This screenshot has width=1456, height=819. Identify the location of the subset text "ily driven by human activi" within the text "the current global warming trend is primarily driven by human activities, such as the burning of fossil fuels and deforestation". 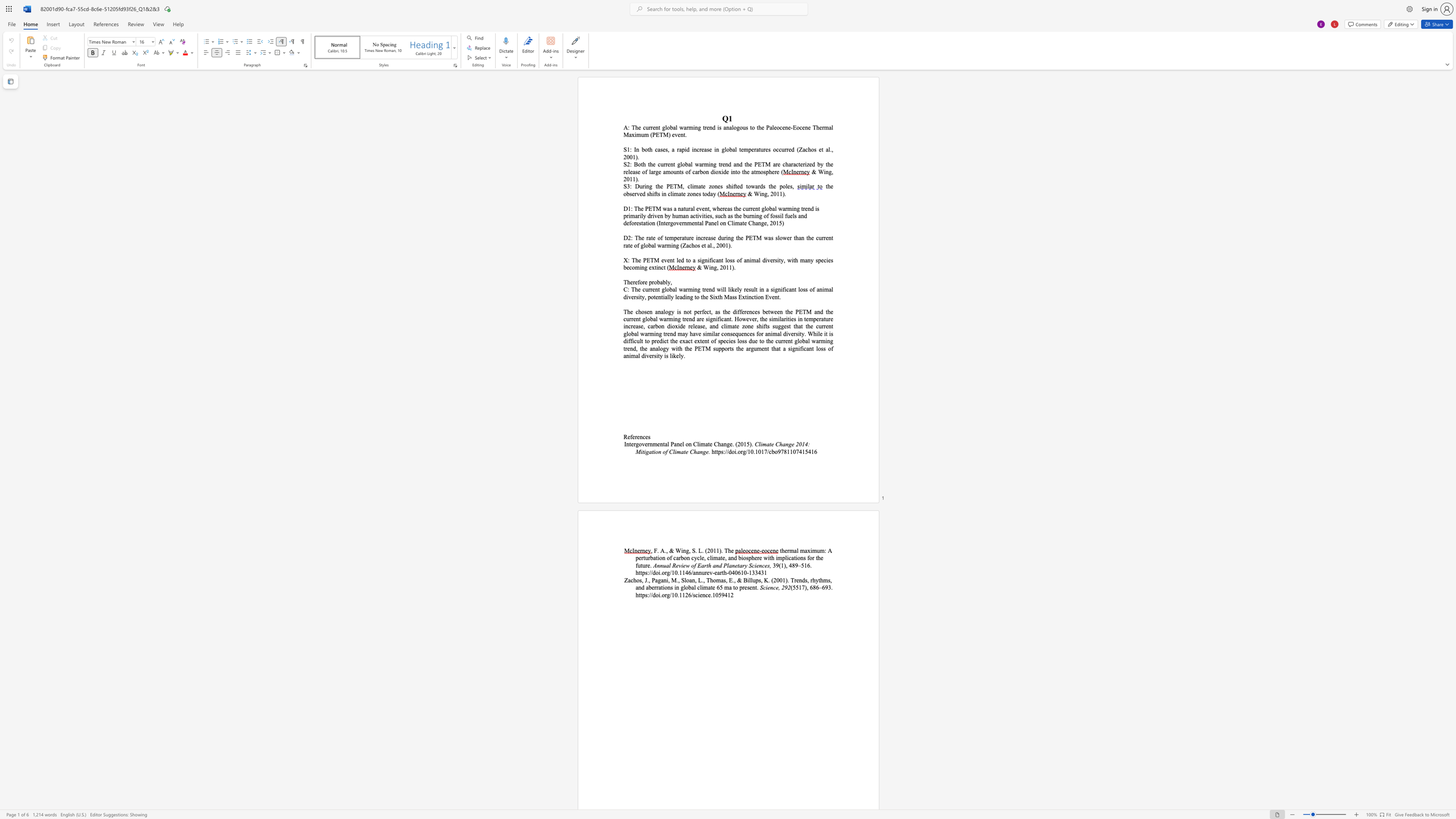
(639, 215).